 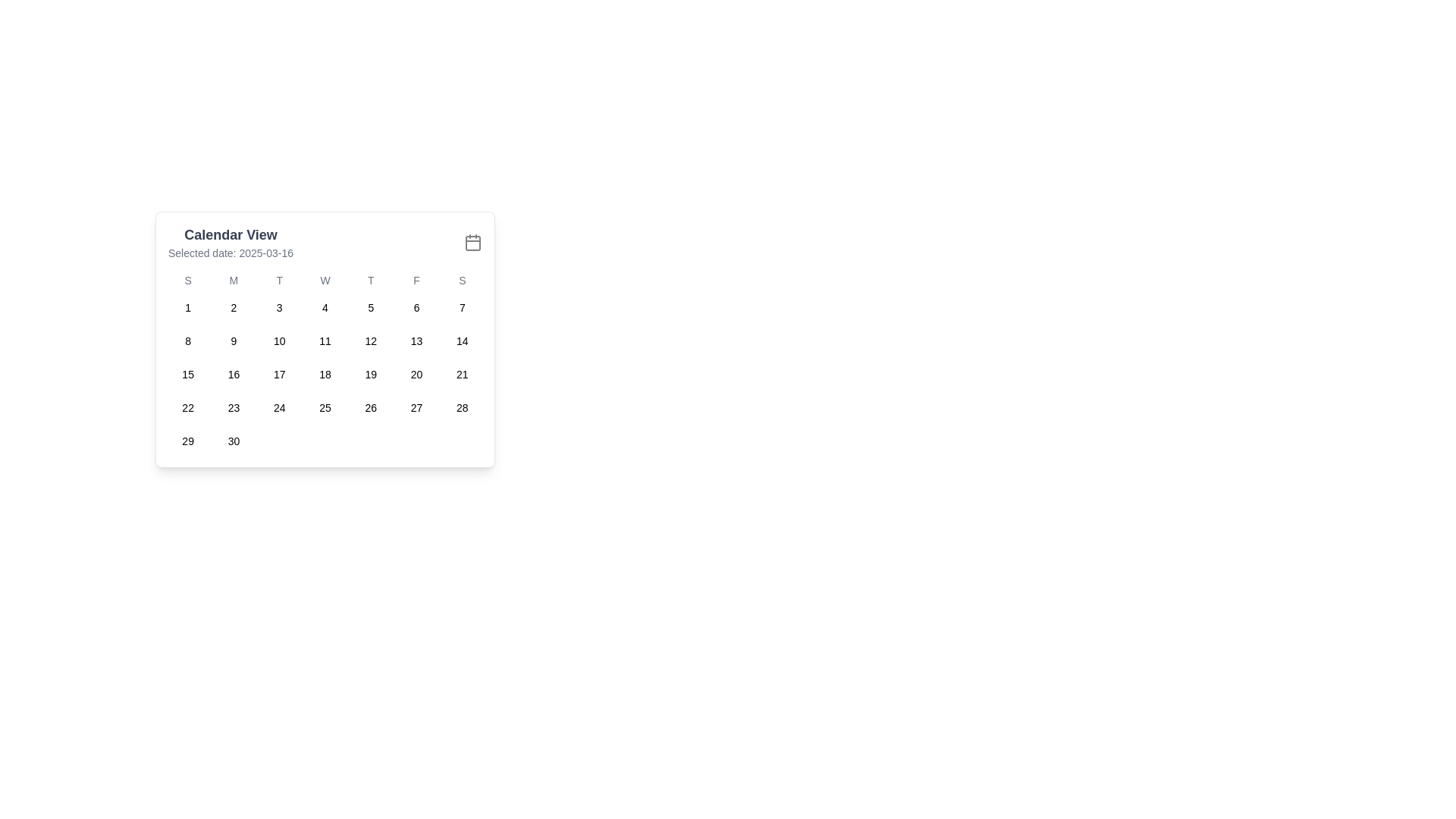 I want to click on the date '15' in the calendar, so click(x=187, y=374).